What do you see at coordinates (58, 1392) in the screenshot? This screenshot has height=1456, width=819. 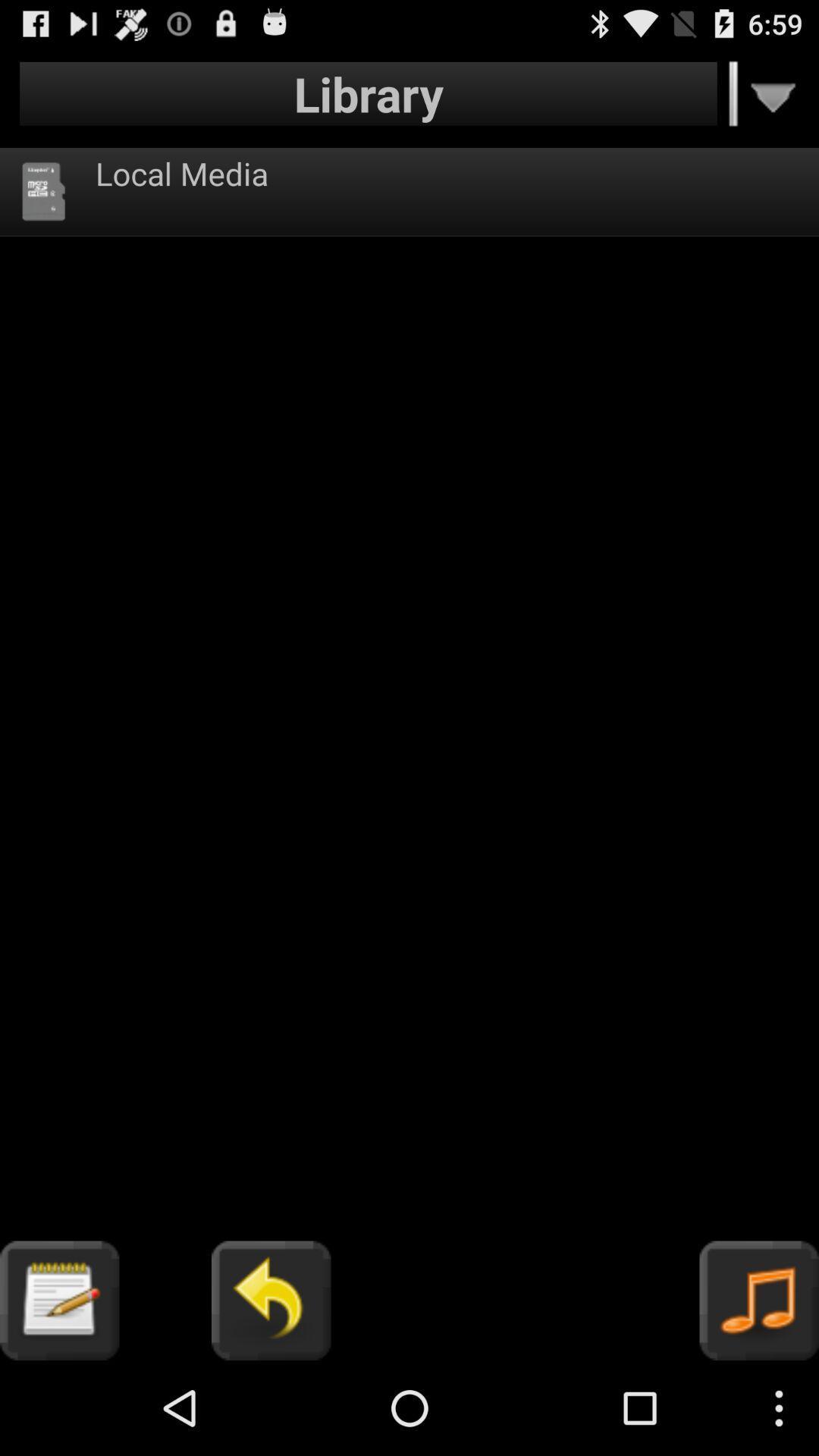 I see `the edit icon` at bounding box center [58, 1392].